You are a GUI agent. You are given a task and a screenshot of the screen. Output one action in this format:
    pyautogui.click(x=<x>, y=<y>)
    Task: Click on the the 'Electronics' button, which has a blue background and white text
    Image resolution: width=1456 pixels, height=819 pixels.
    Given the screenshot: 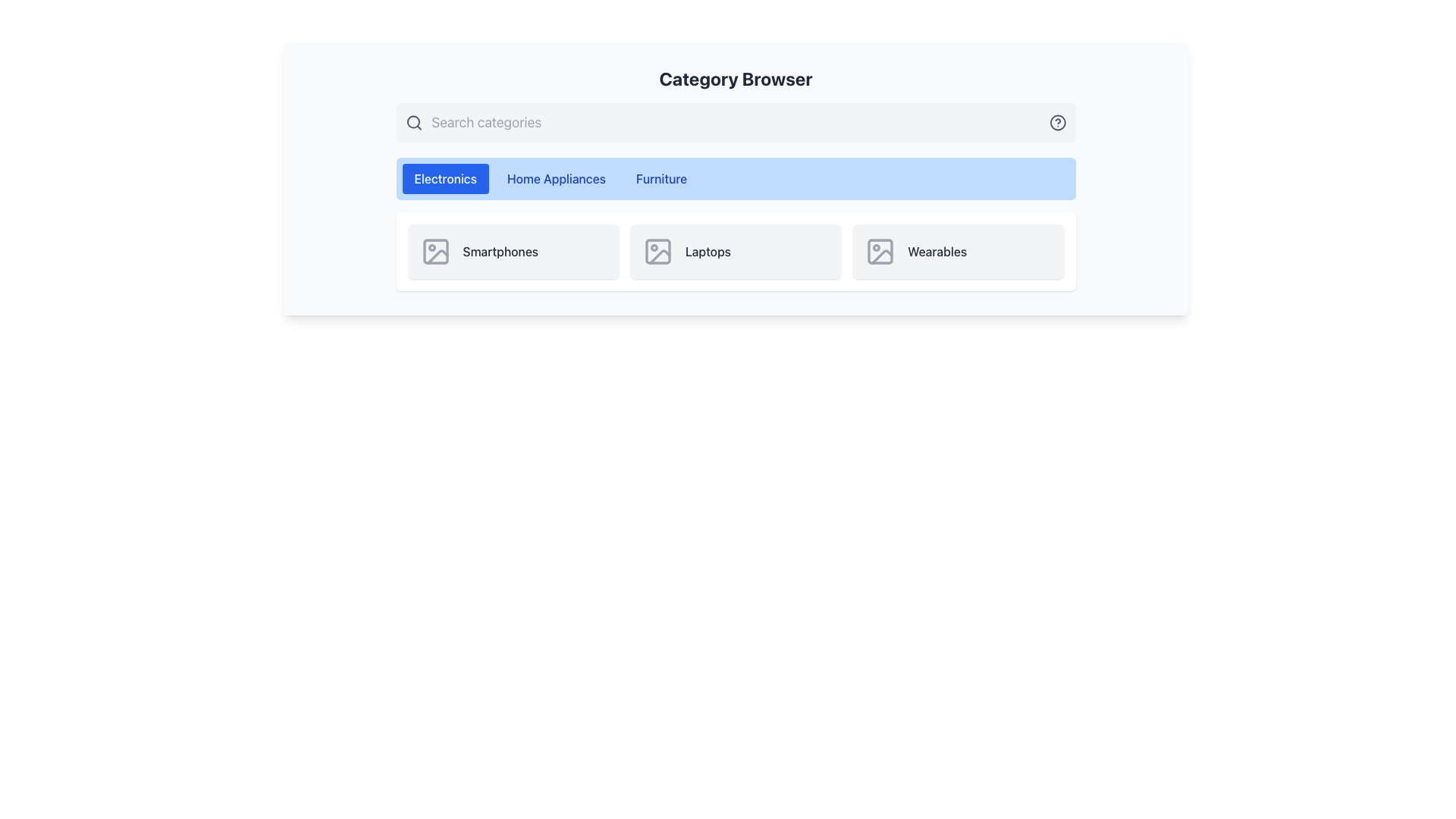 What is the action you would take?
    pyautogui.click(x=444, y=177)
    